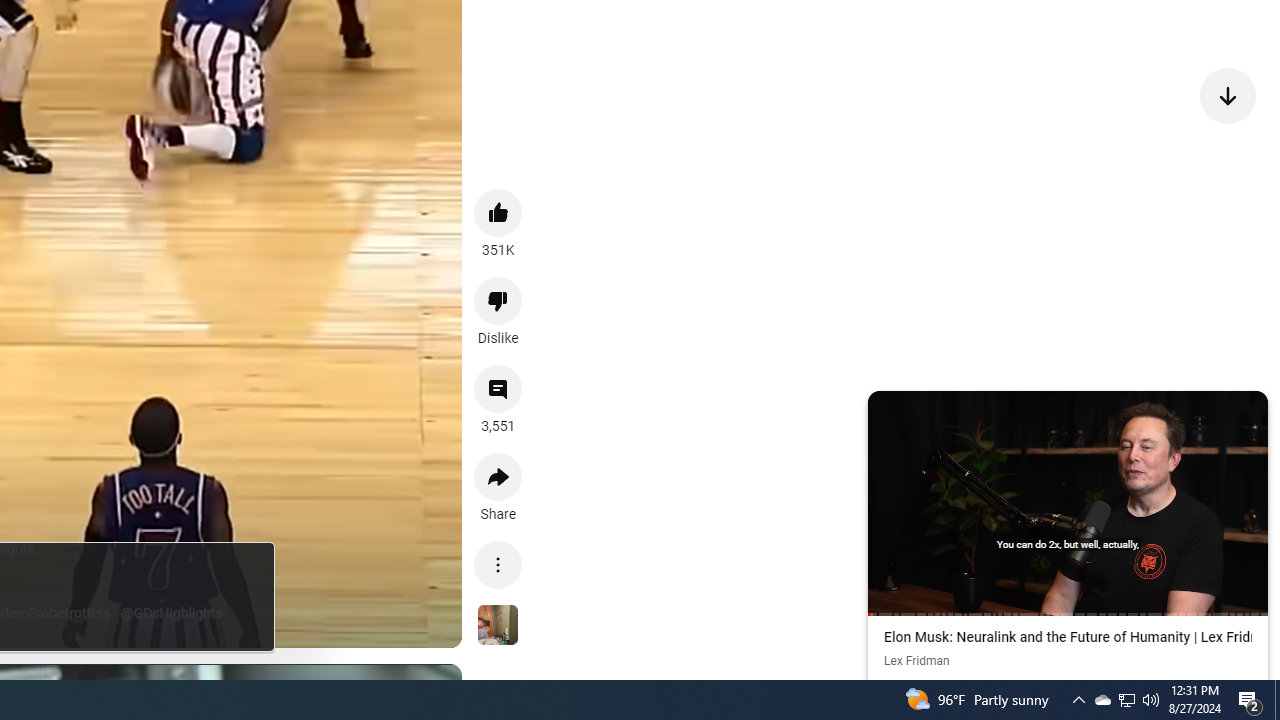 Image resolution: width=1280 pixels, height=720 pixels. What do you see at coordinates (498, 212) in the screenshot?
I see `'like this video along with 351K other people'` at bounding box center [498, 212].